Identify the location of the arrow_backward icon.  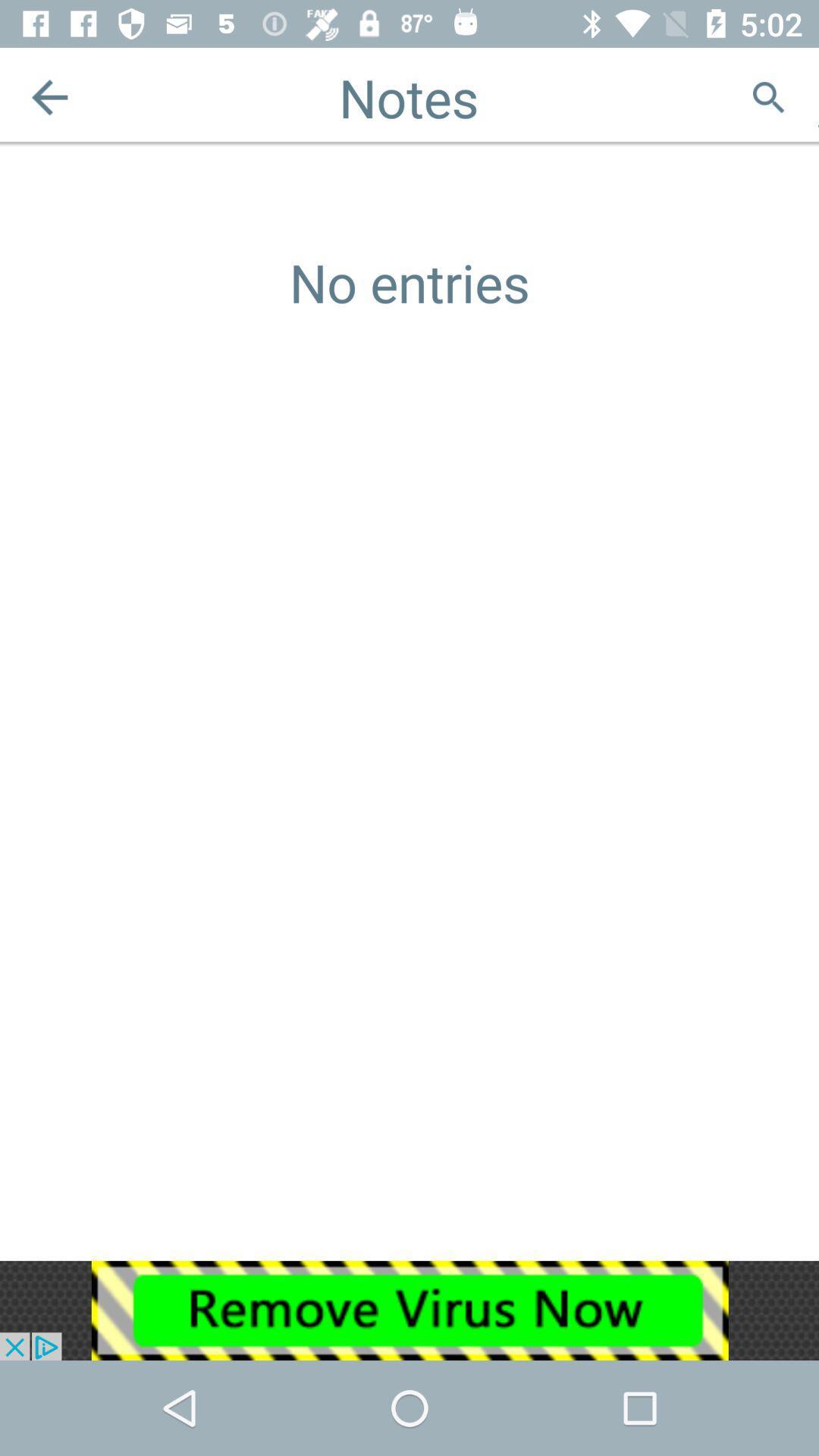
(49, 96).